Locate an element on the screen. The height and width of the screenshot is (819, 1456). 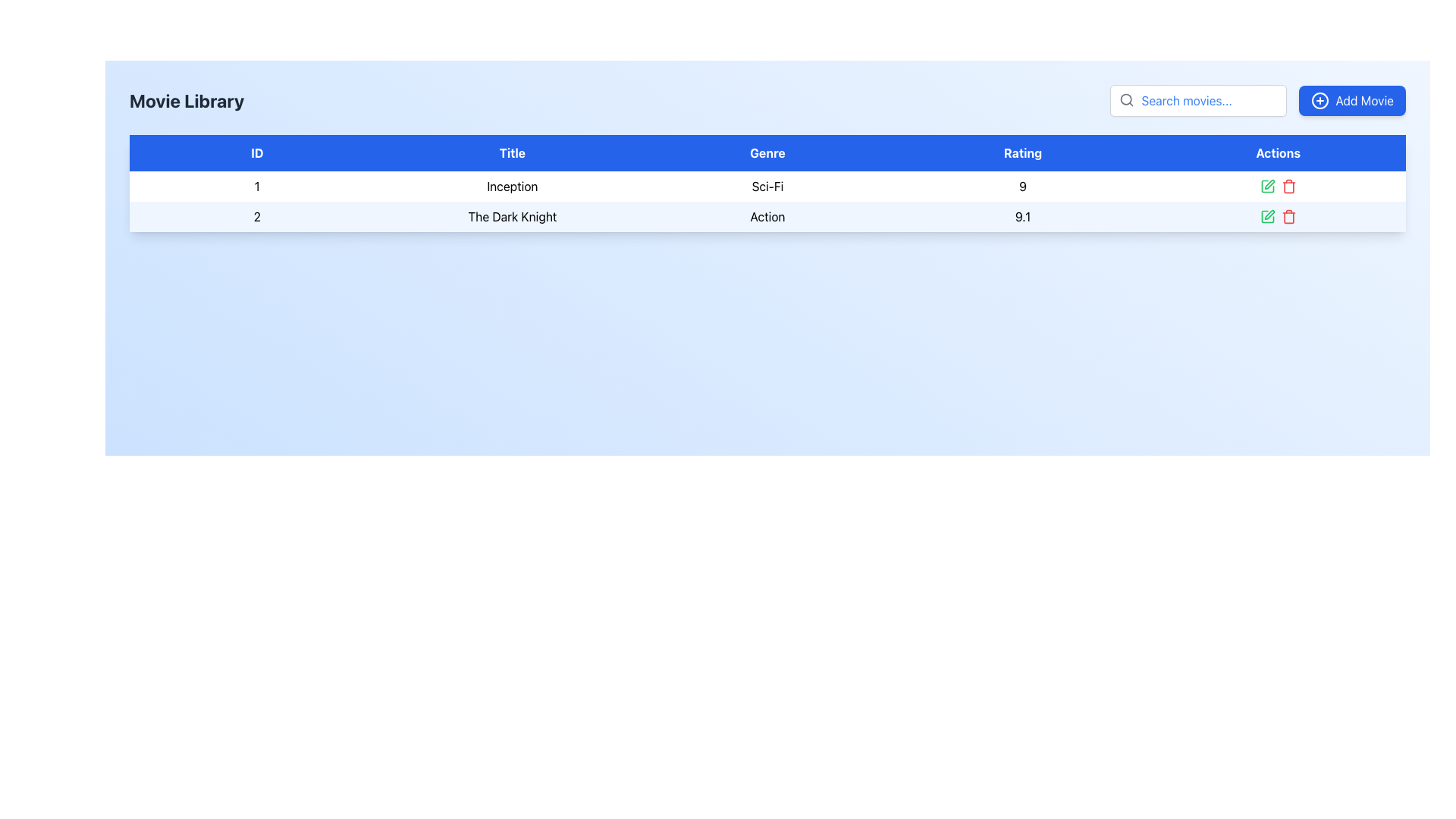
the Table Header labeled 'ID', which is a rectangular blue box with white text, positioned at the leftmost side of the header group in the table is located at coordinates (257, 152).